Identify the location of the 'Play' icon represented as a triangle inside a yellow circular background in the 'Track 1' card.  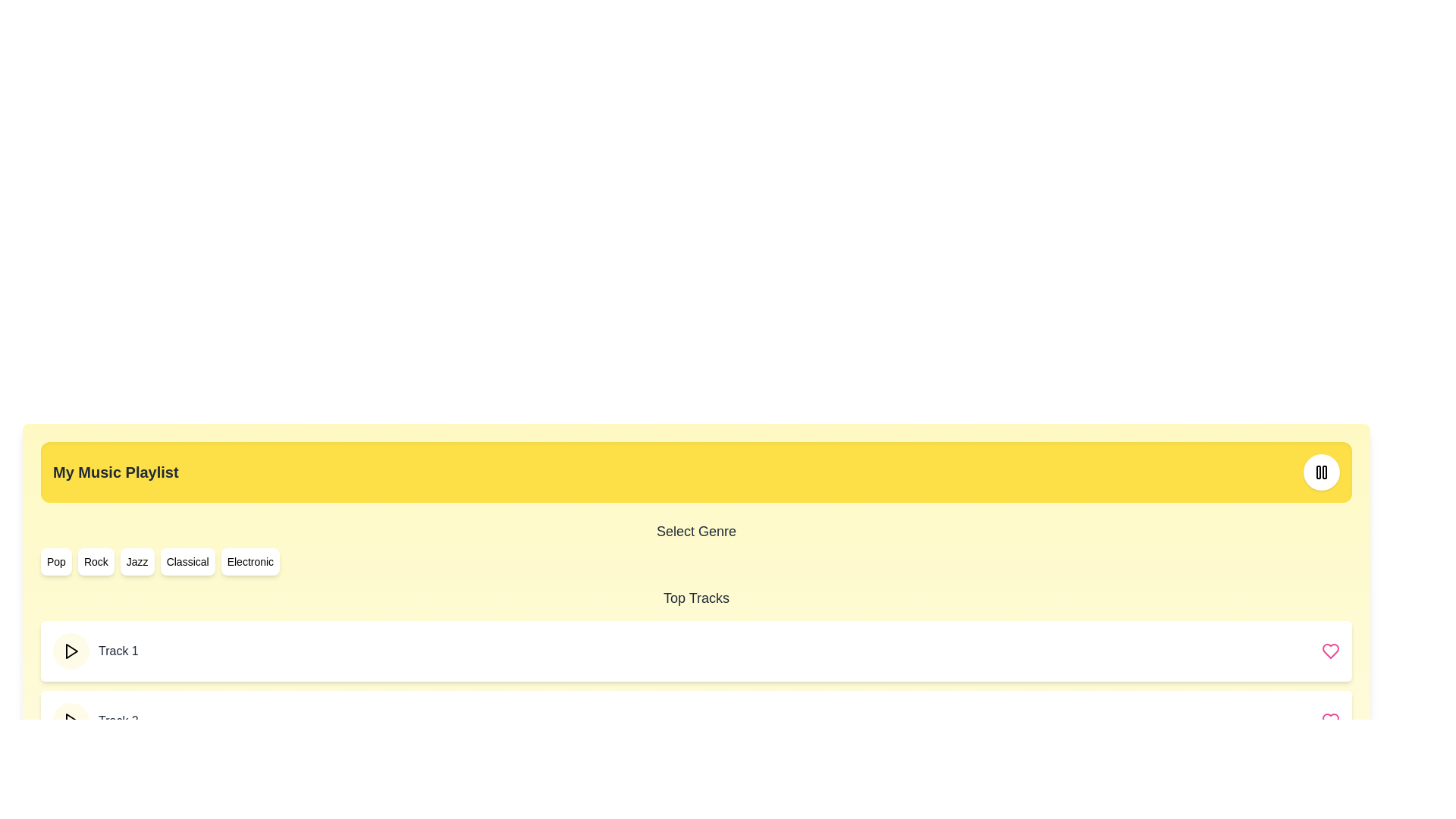
(71, 651).